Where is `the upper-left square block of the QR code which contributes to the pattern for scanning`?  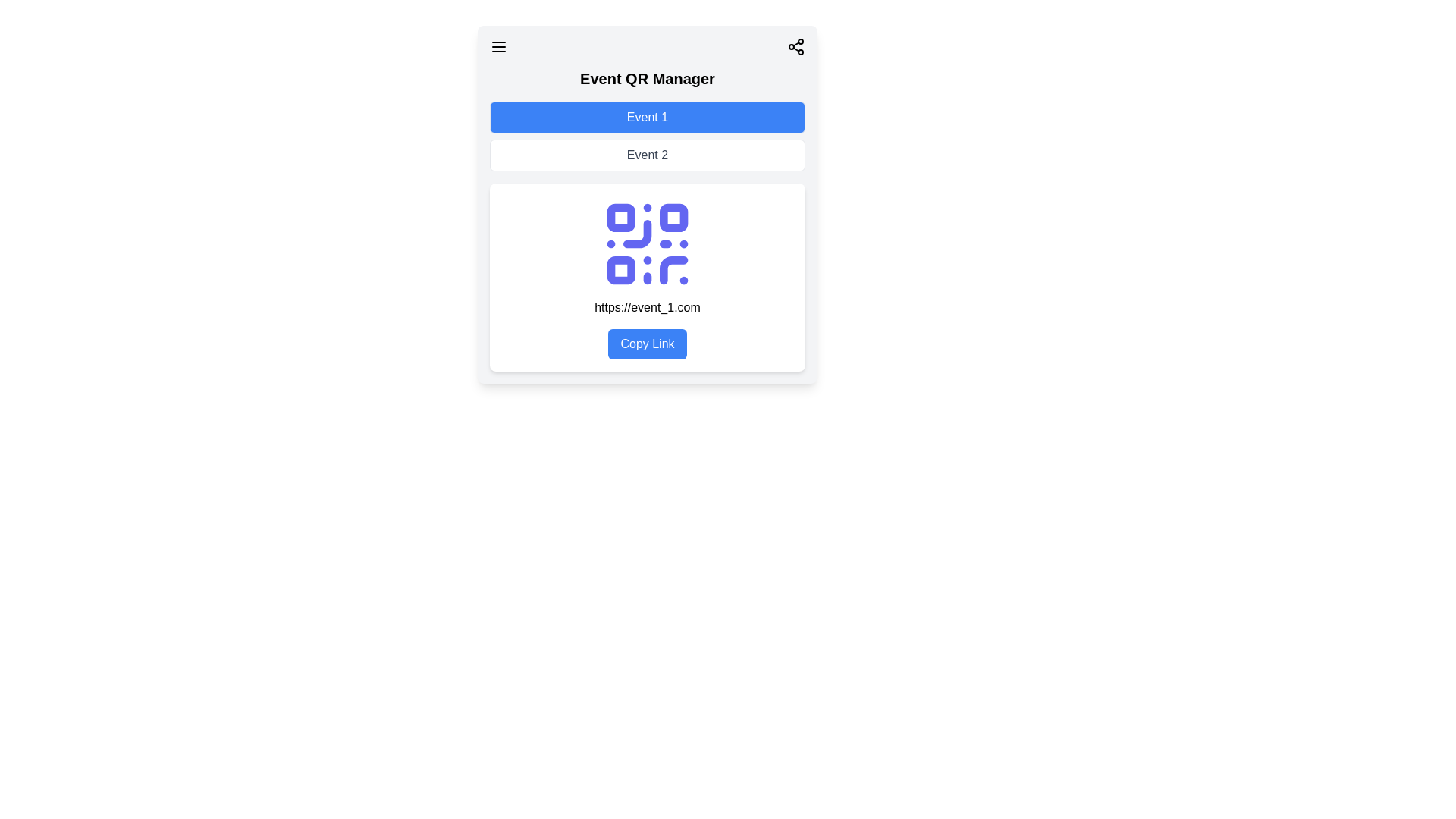
the upper-left square block of the QR code which contributes to the pattern for scanning is located at coordinates (621, 218).